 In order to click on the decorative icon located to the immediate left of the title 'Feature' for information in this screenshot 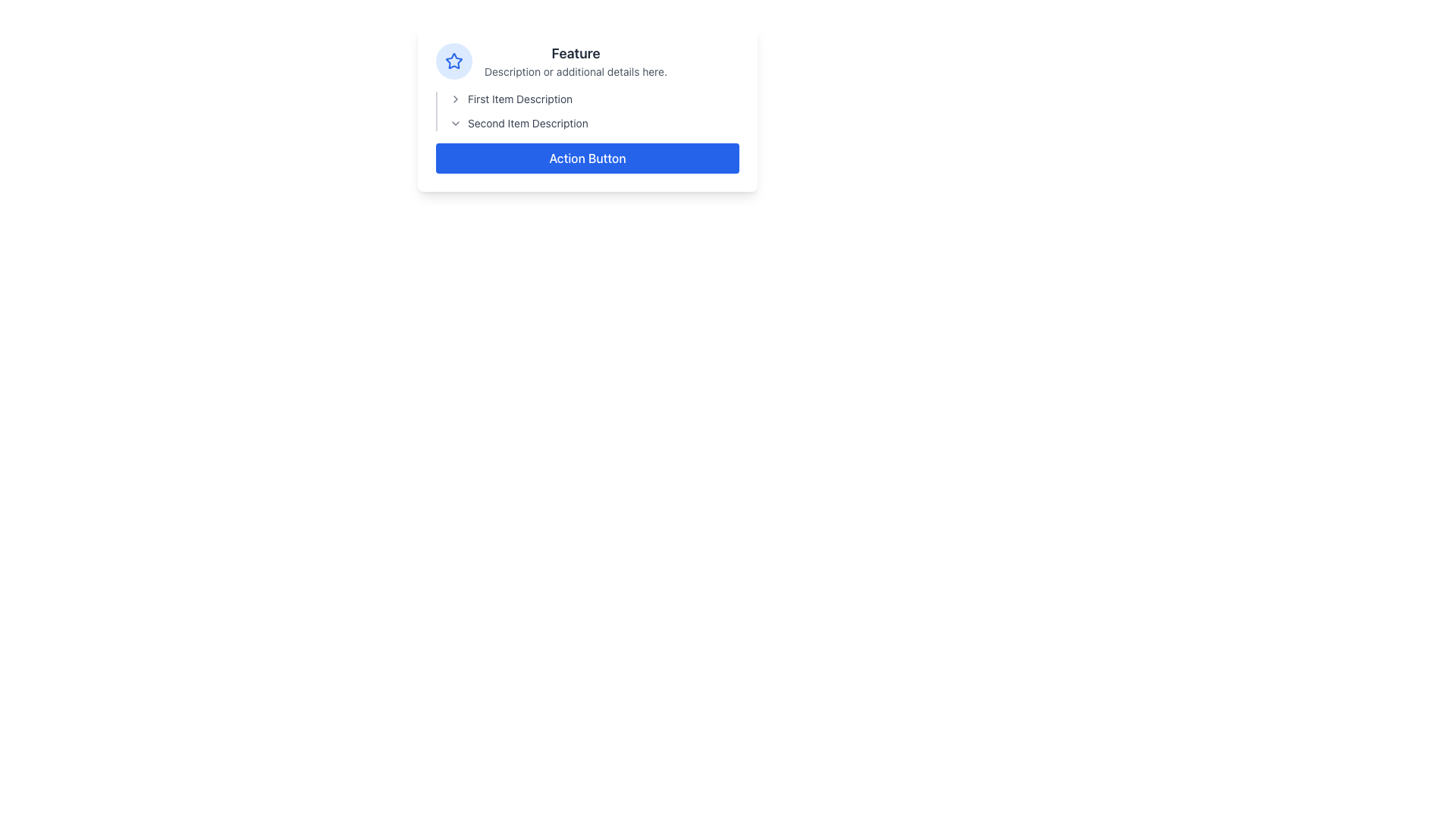, I will do `click(453, 61)`.